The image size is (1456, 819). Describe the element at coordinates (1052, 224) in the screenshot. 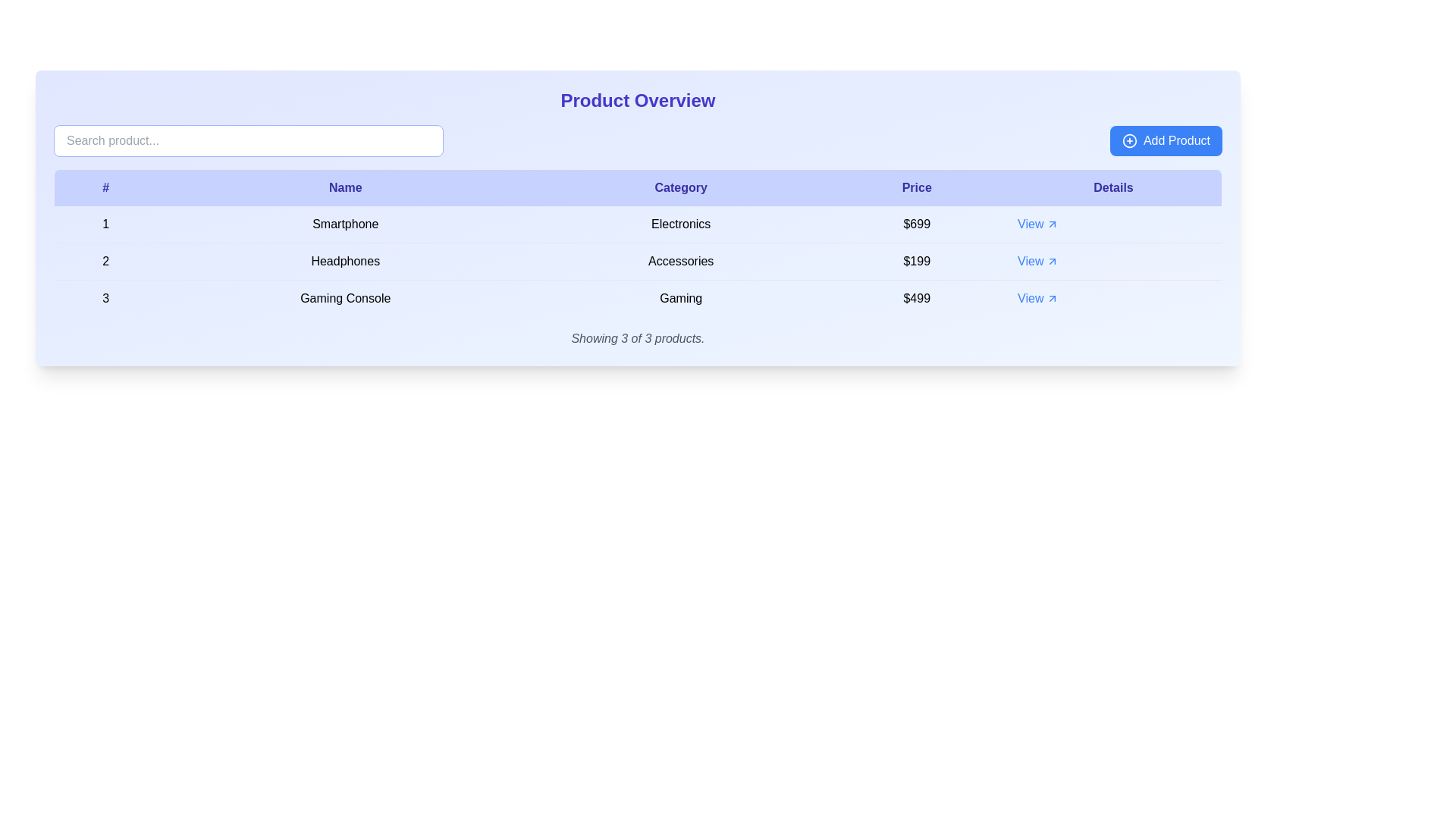

I see `the upward-pointing arrow icon located at the end of the 'View' button in the 'Details' column of the first row in the table` at that location.